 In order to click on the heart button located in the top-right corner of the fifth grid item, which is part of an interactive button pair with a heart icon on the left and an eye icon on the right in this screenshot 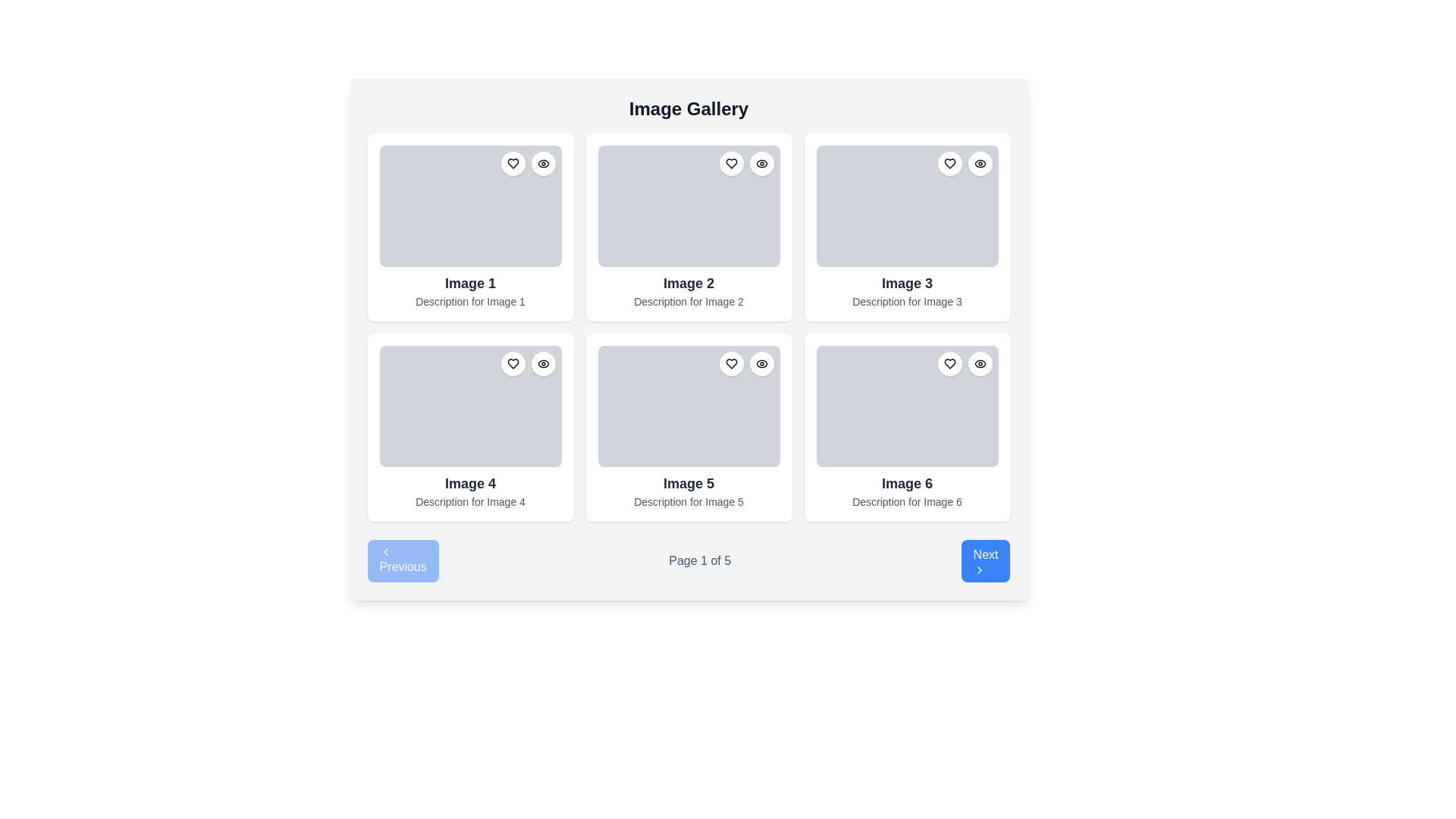, I will do `click(746, 363)`.